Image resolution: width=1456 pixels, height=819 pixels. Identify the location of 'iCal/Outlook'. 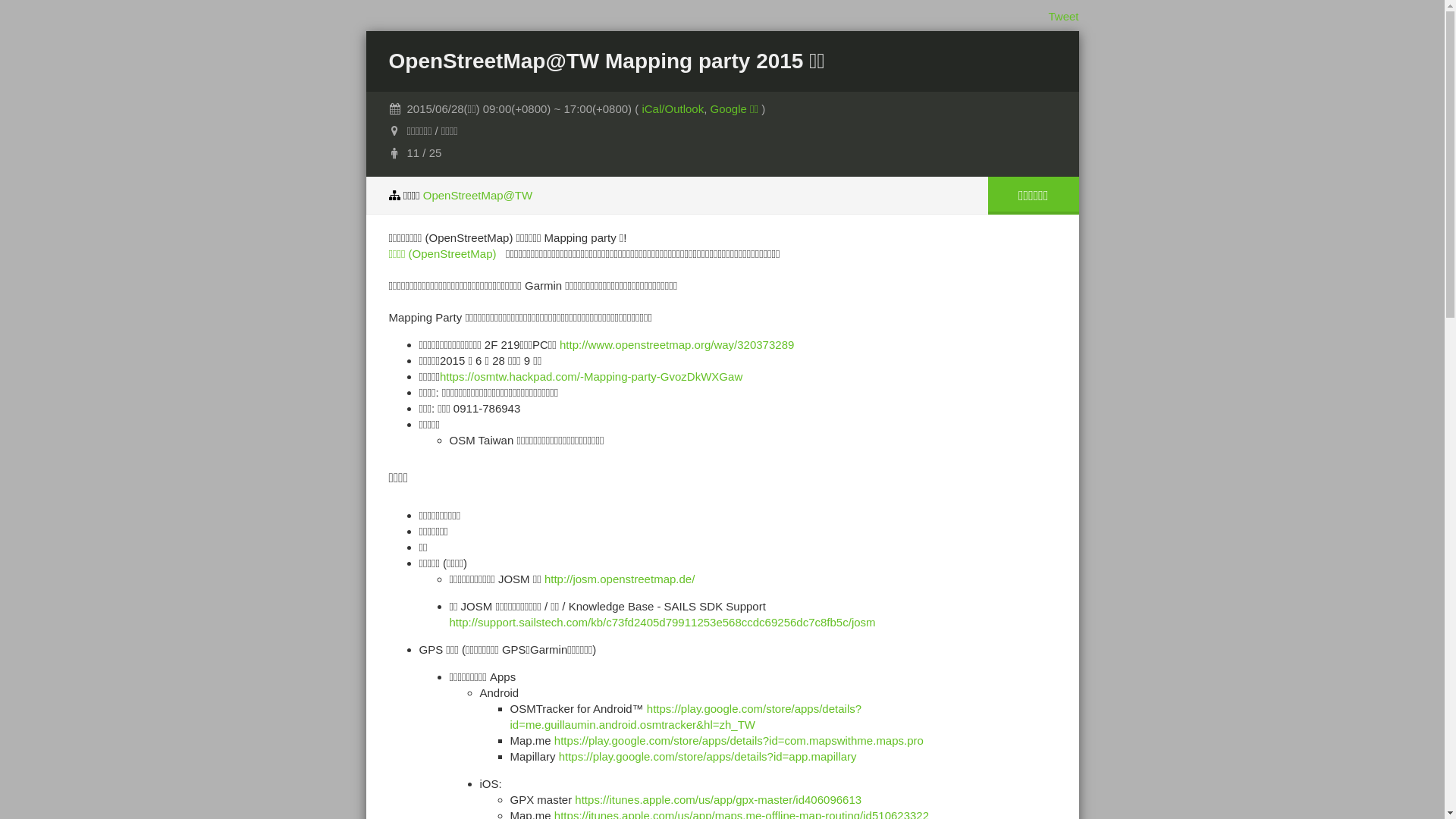
(672, 108).